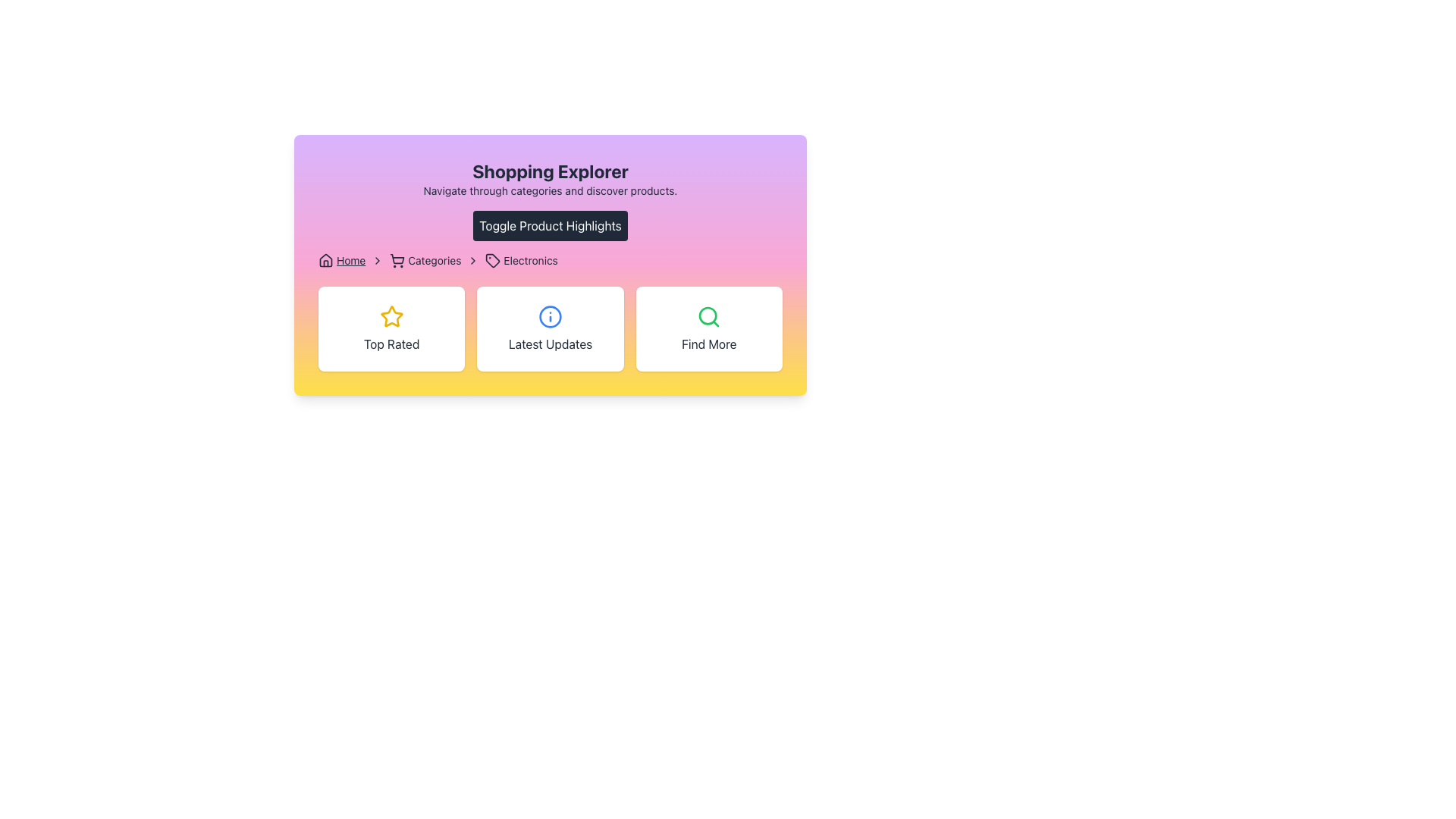 The height and width of the screenshot is (819, 1456). What do you see at coordinates (397, 258) in the screenshot?
I see `the central part of the shopping cart icon in the breadcrumb navigation, which is a decorative visual element representing a shopping cart` at bounding box center [397, 258].